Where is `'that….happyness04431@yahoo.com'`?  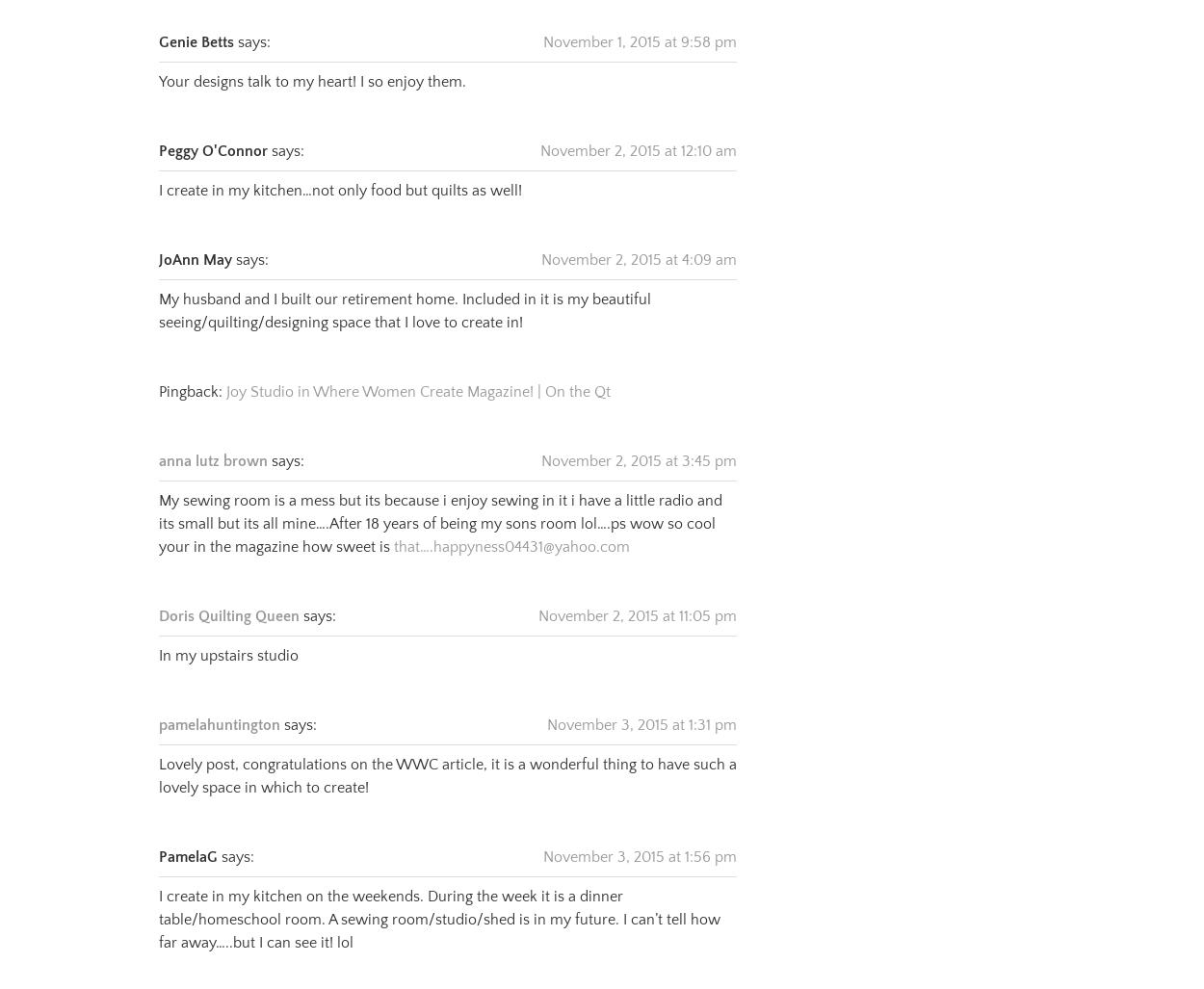
'that….happyness04431@yahoo.com' is located at coordinates (394, 521).